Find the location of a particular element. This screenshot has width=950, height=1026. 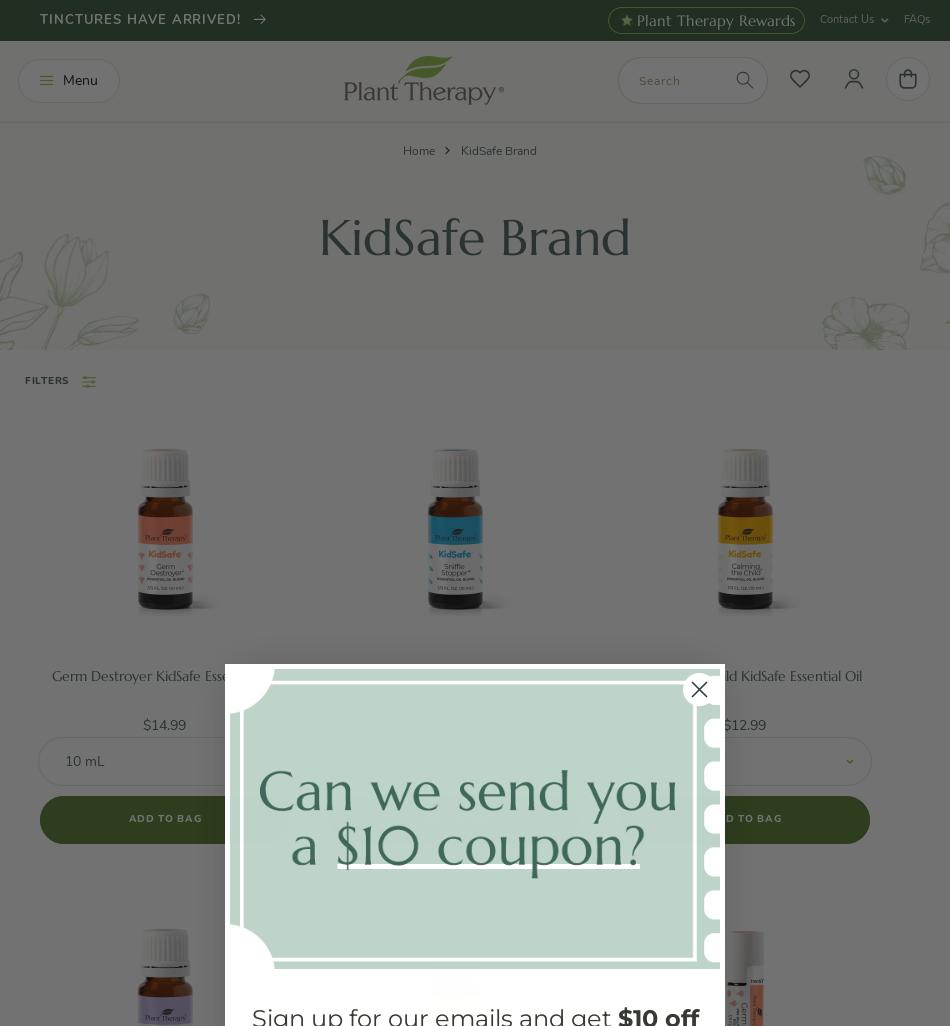

'Hair & Skin Care' is located at coordinates (115, 313).